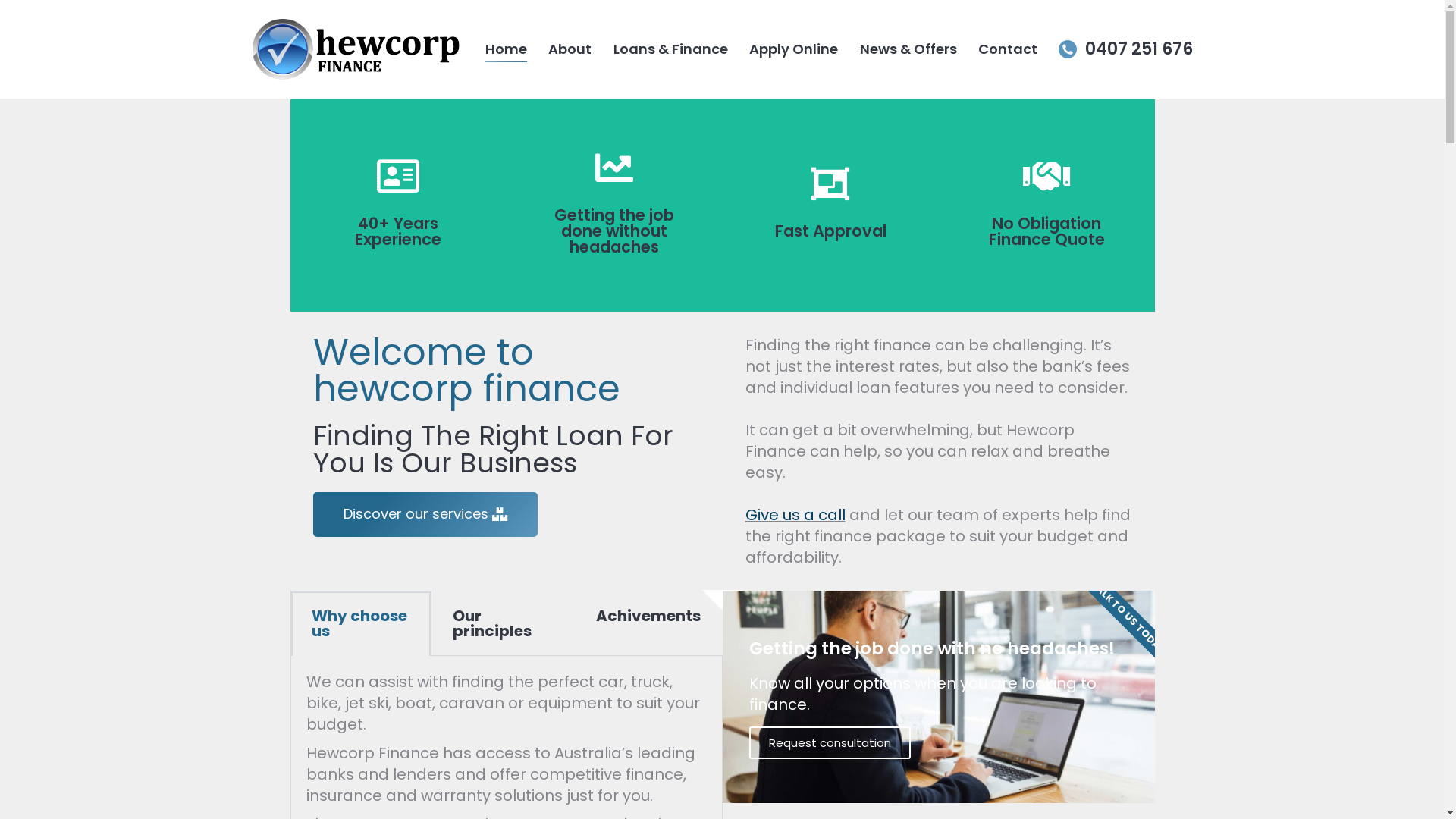 The width and height of the screenshot is (1456, 819). Describe the element at coordinates (1125, 49) in the screenshot. I see `'0407 251 676'` at that location.